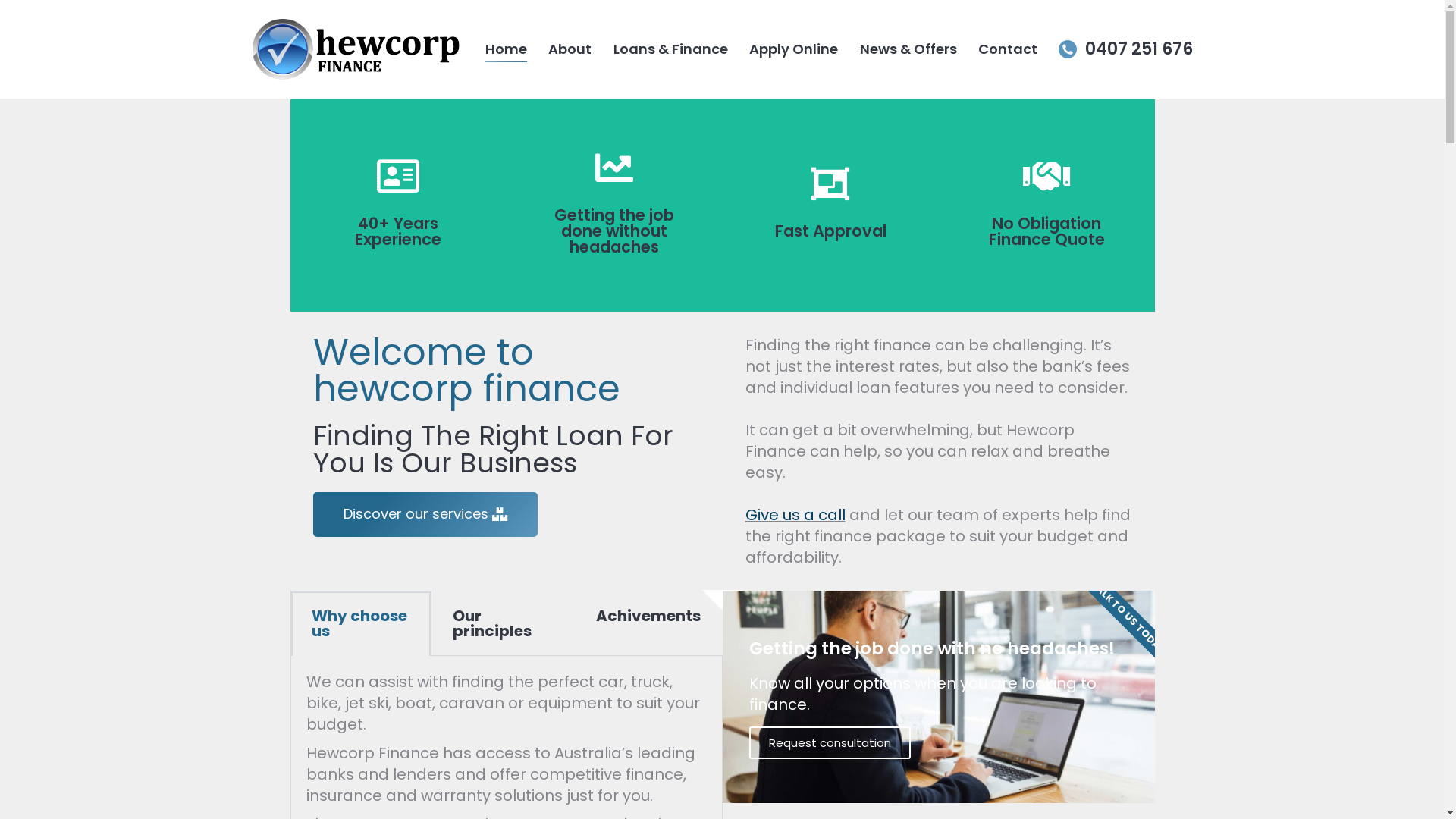 The width and height of the screenshot is (1456, 819). Describe the element at coordinates (1125, 49) in the screenshot. I see `'0407 251 676'` at that location.